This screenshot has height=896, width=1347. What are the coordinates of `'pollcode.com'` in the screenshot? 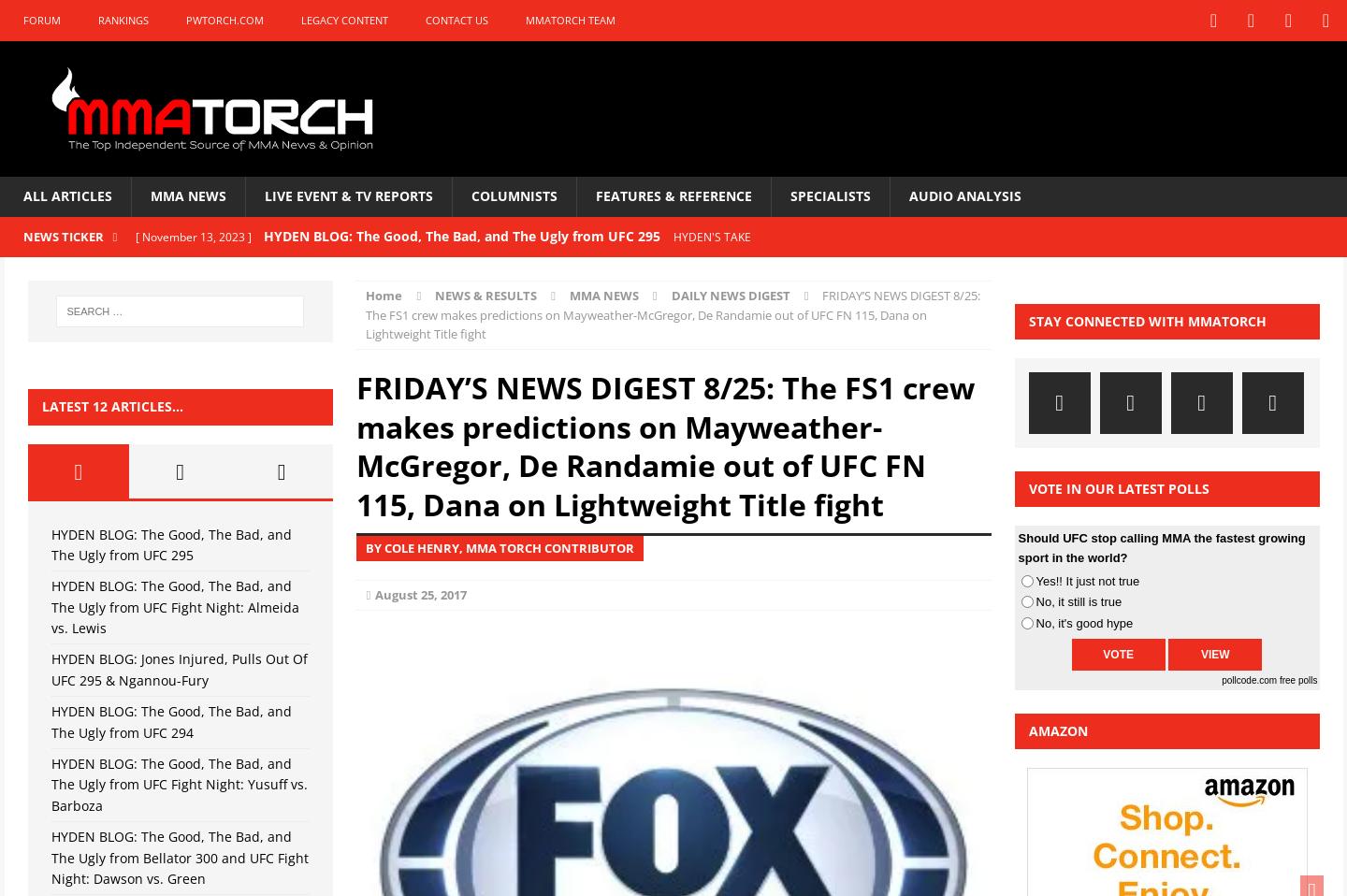 It's located at (1249, 680).